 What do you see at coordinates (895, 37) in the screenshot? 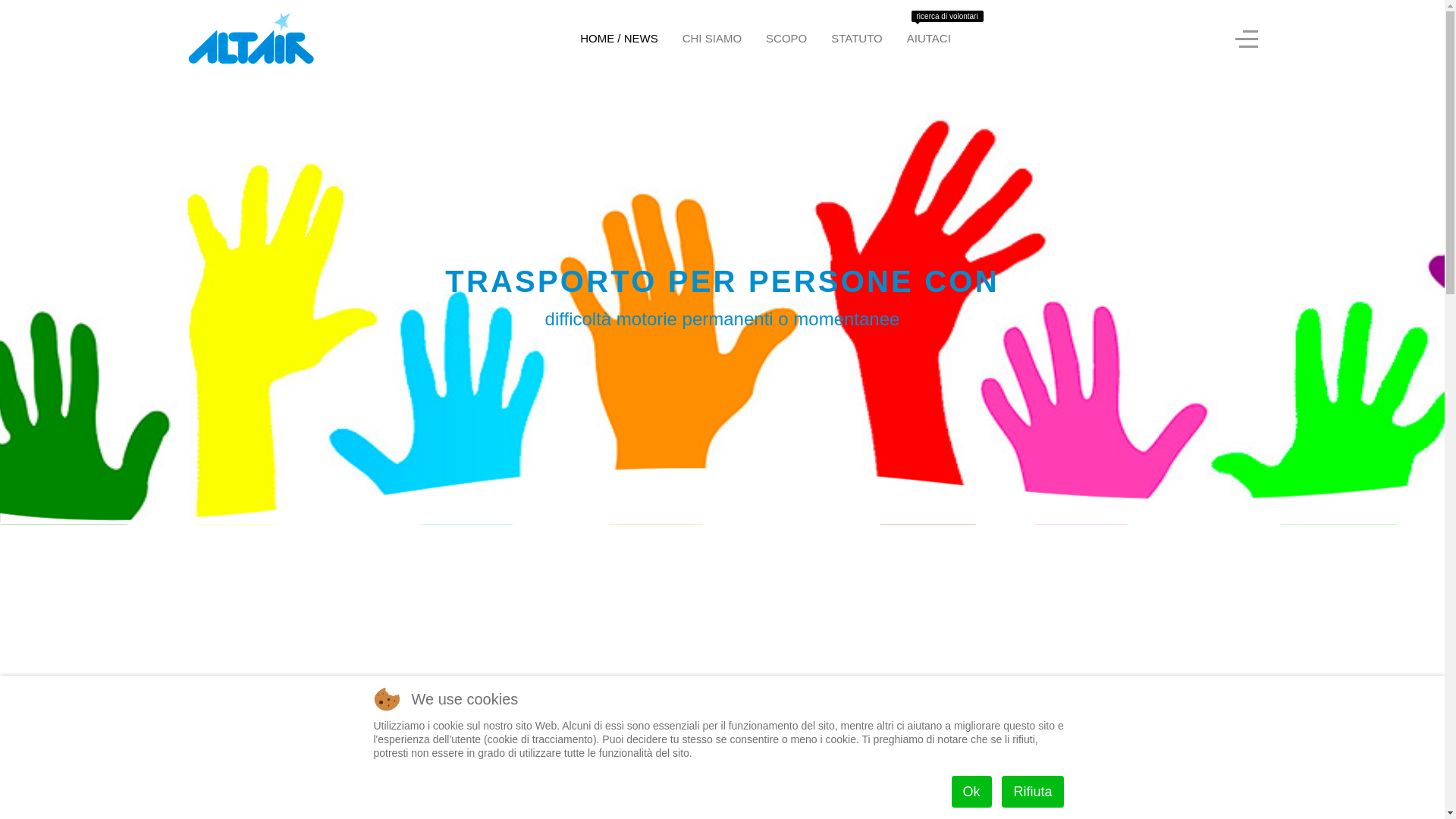
I see `'AIUTACI` at bounding box center [895, 37].